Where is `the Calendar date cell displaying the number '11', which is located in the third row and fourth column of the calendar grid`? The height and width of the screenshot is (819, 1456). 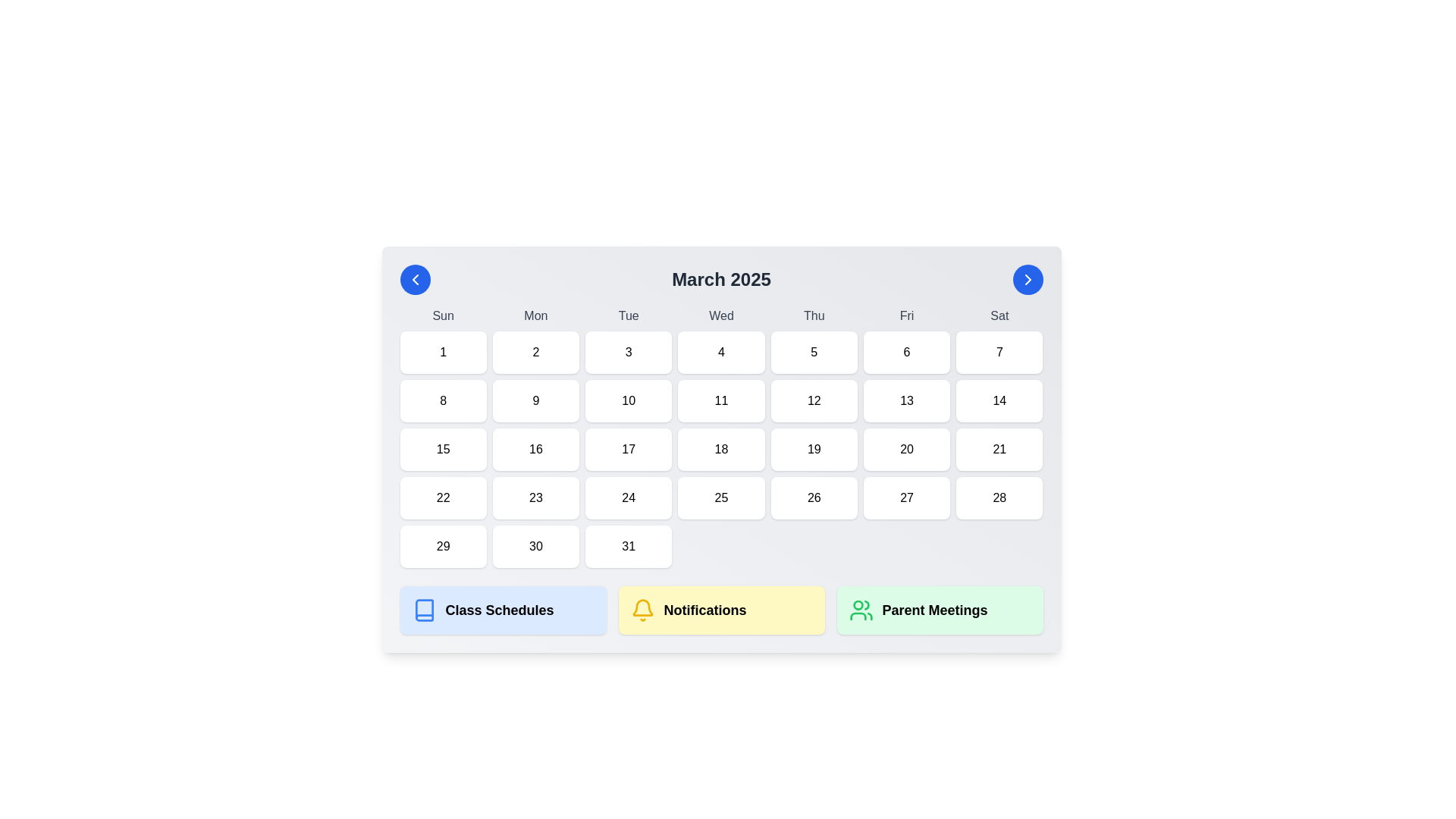 the Calendar date cell displaying the number '11', which is located in the third row and fourth column of the calendar grid is located at coordinates (720, 400).